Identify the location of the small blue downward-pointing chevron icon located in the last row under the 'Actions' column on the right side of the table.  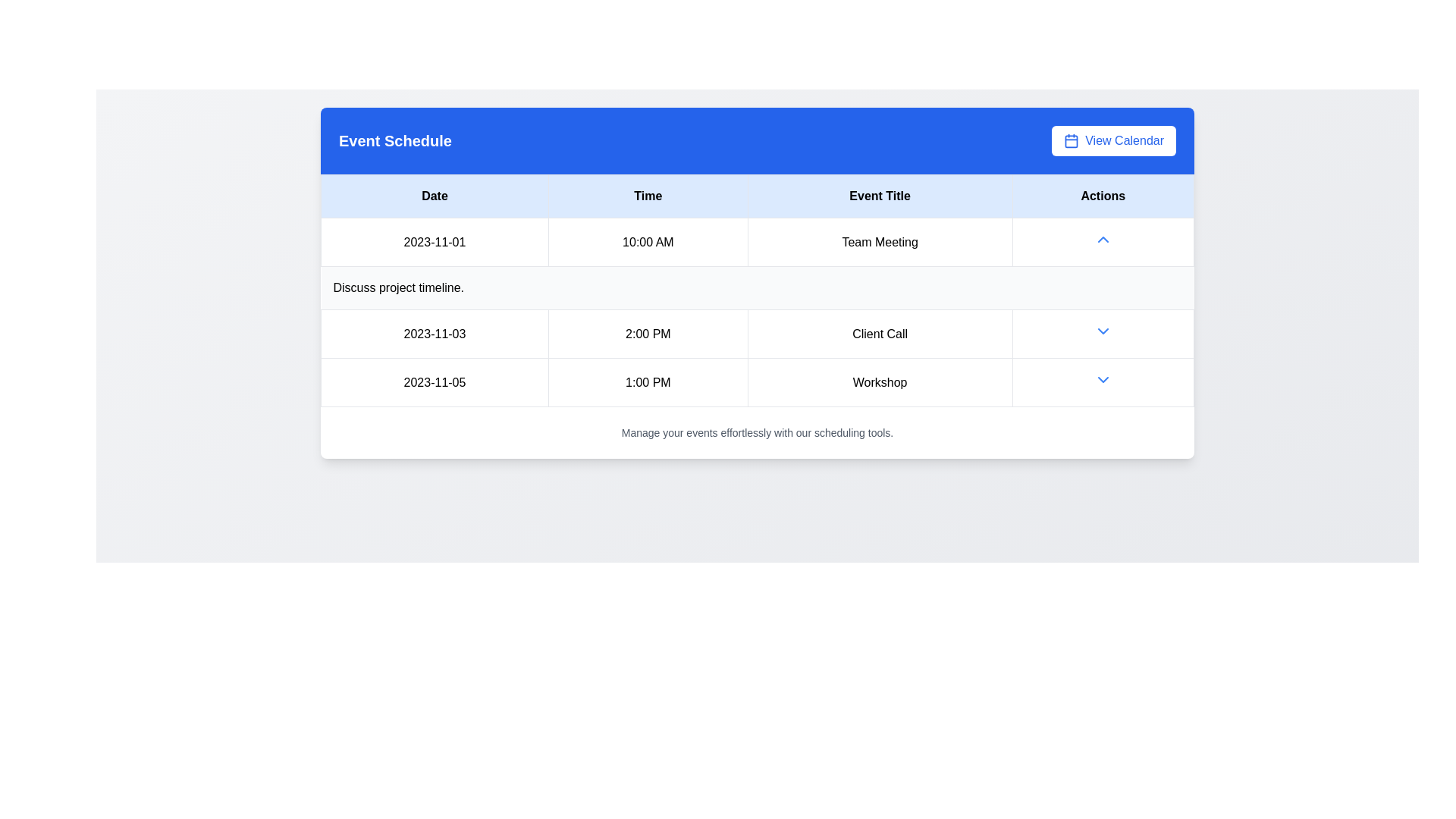
(1103, 379).